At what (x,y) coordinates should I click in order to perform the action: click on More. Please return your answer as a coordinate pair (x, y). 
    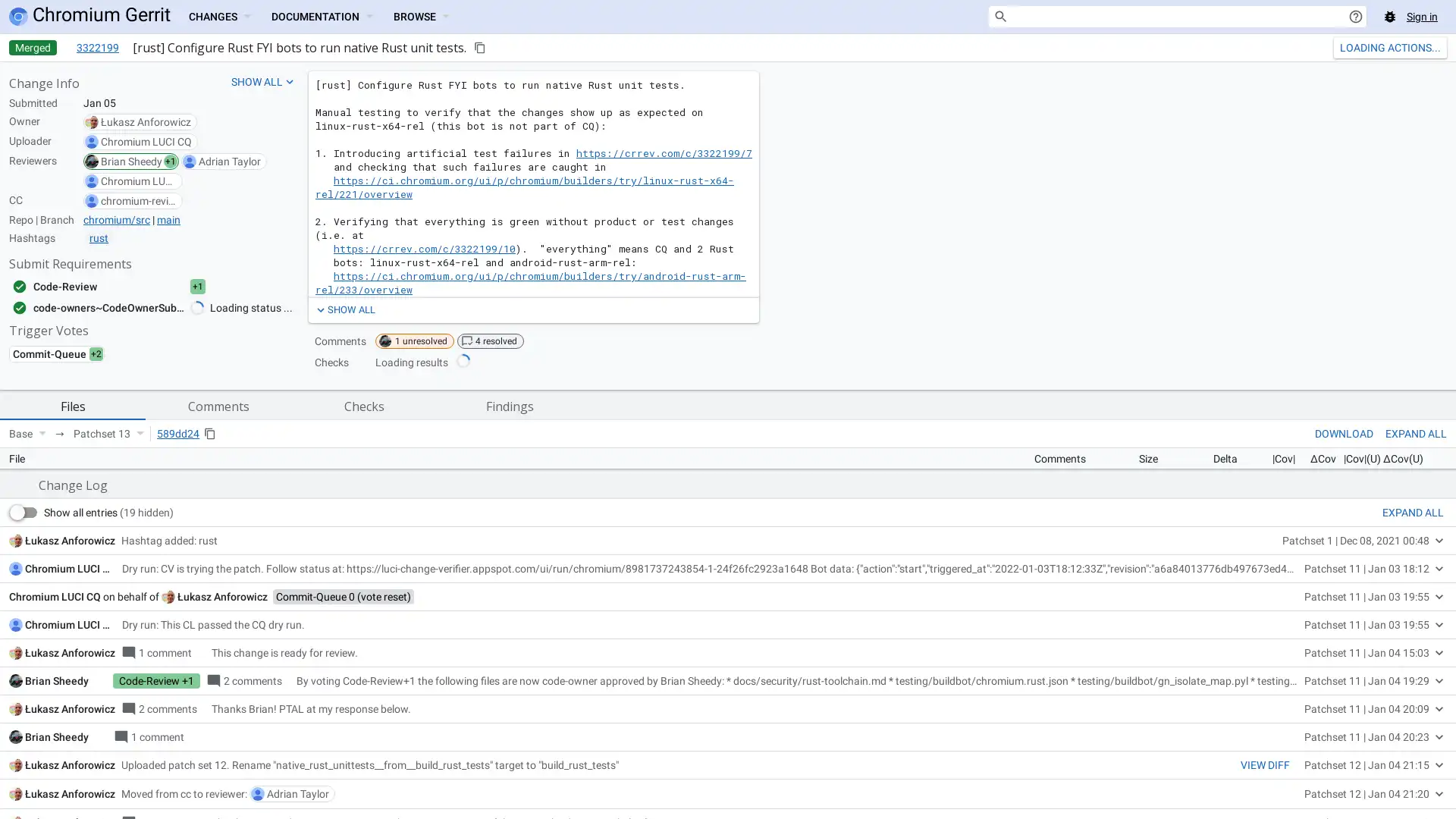
    Looking at the image, I should click on (1436, 46).